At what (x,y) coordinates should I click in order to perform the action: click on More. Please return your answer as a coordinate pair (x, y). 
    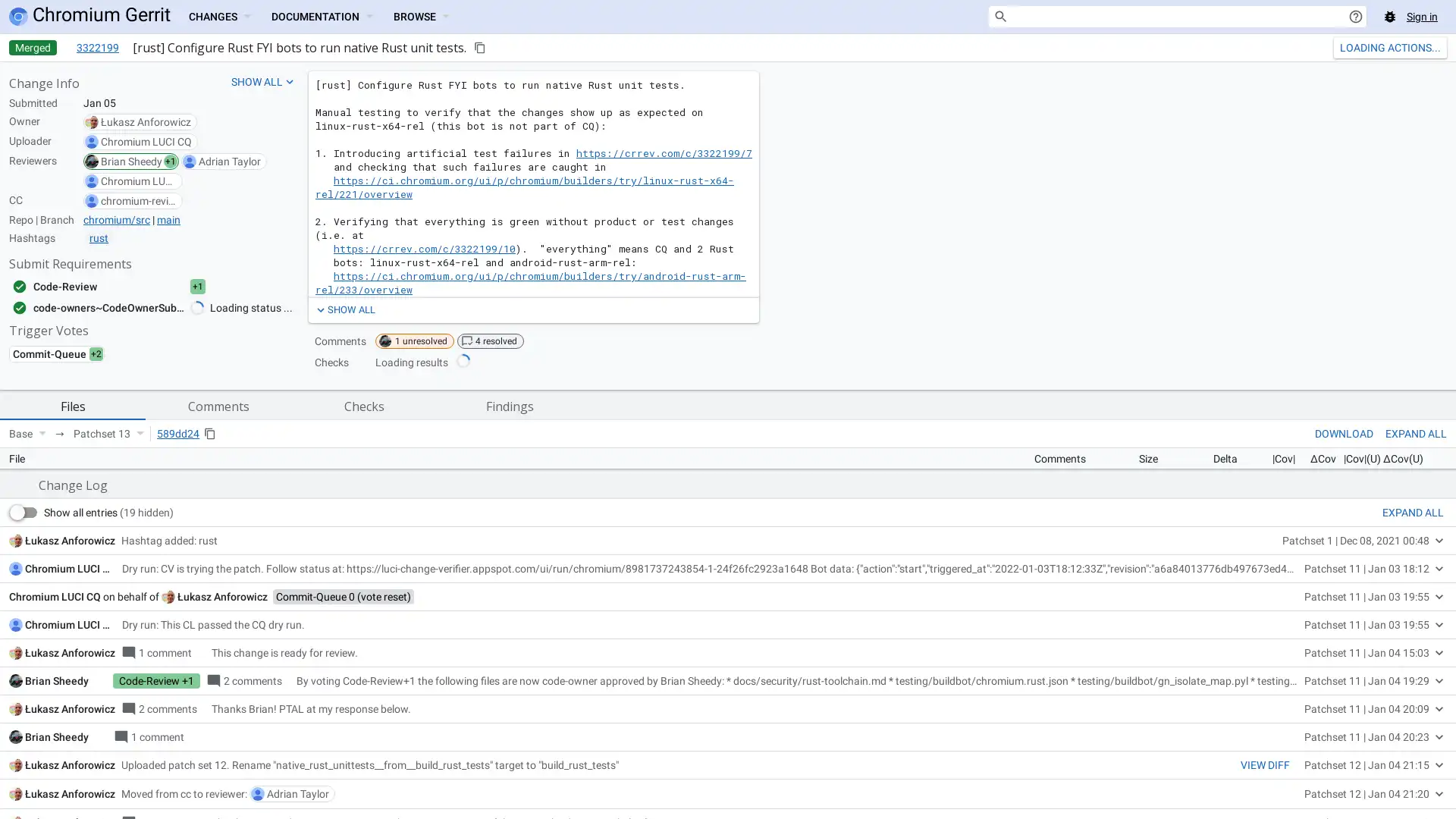
    Looking at the image, I should click on (1436, 46).